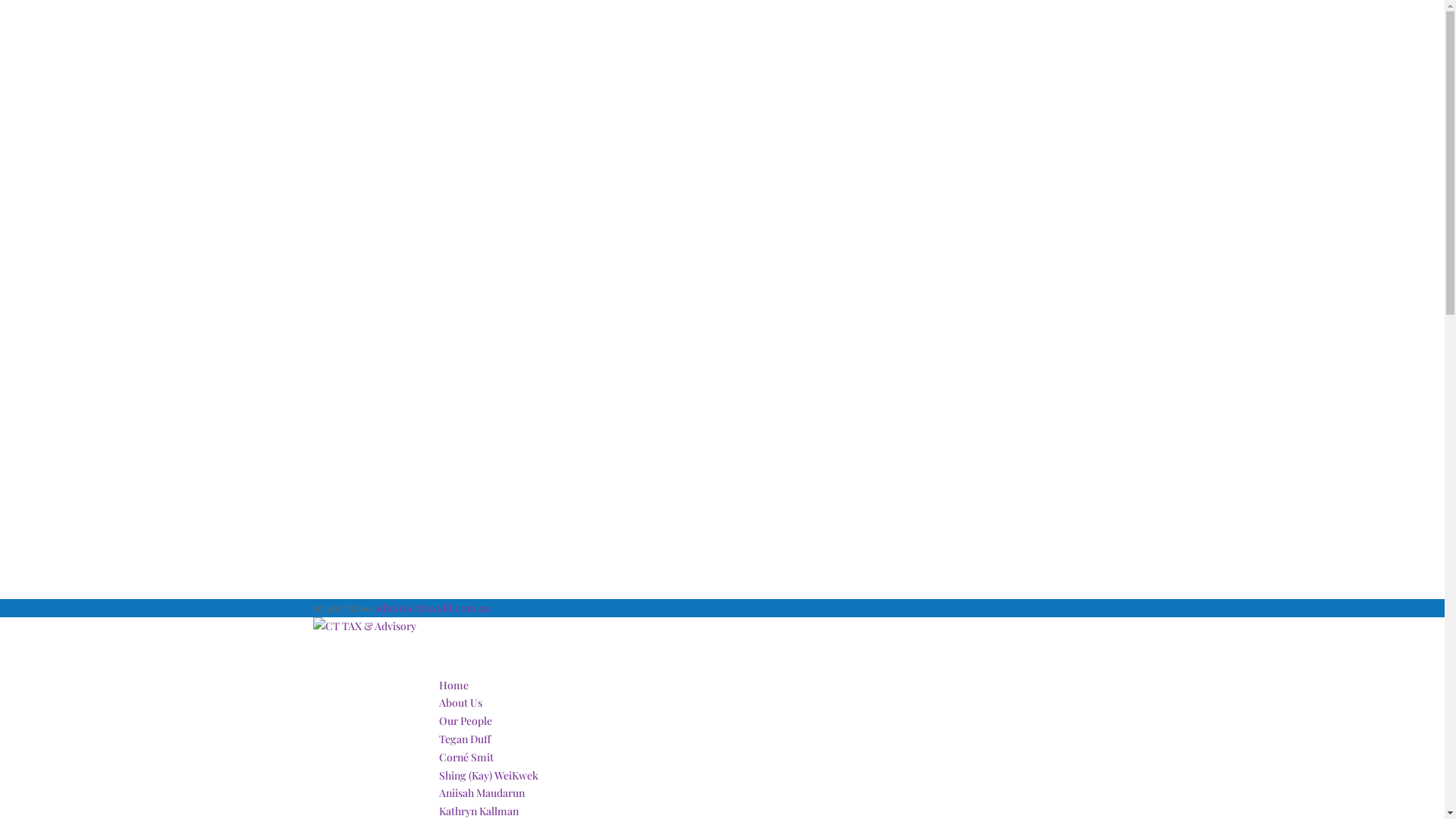  Describe the element at coordinates (463, 738) in the screenshot. I see `'Tegan Duff'` at that location.